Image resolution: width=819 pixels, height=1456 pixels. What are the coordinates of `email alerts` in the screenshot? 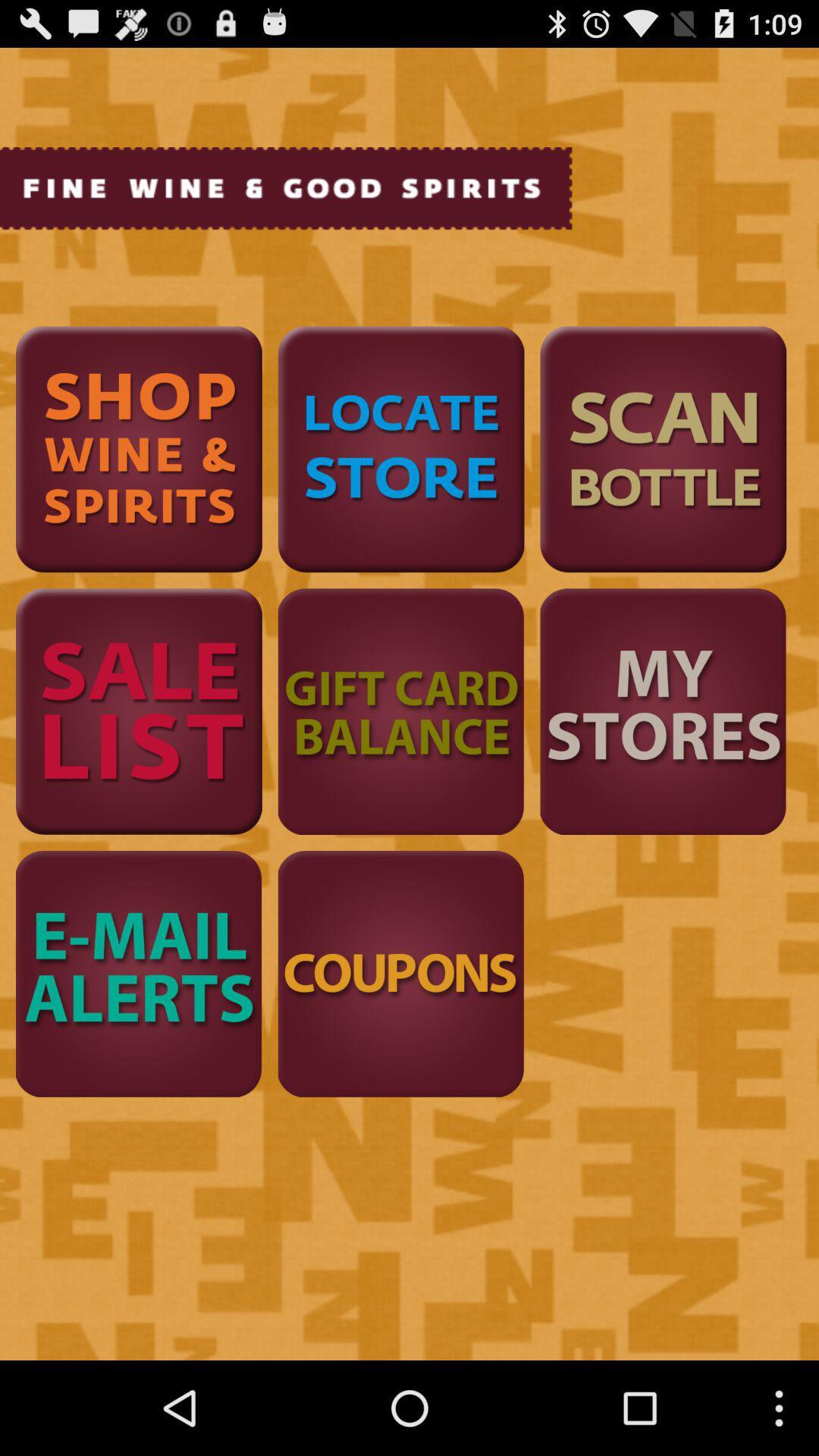 It's located at (139, 974).